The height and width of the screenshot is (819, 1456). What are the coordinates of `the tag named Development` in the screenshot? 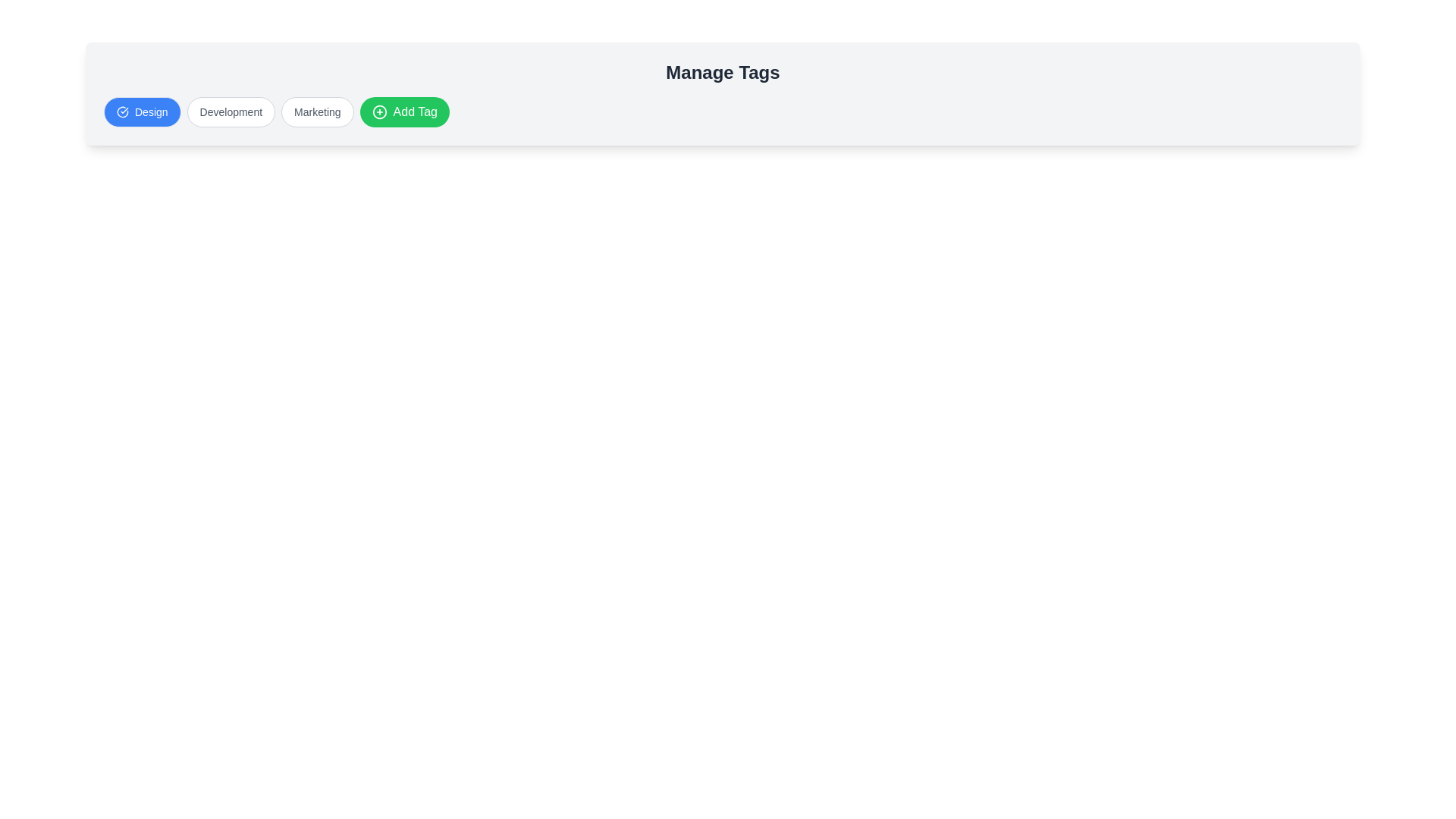 It's located at (230, 111).